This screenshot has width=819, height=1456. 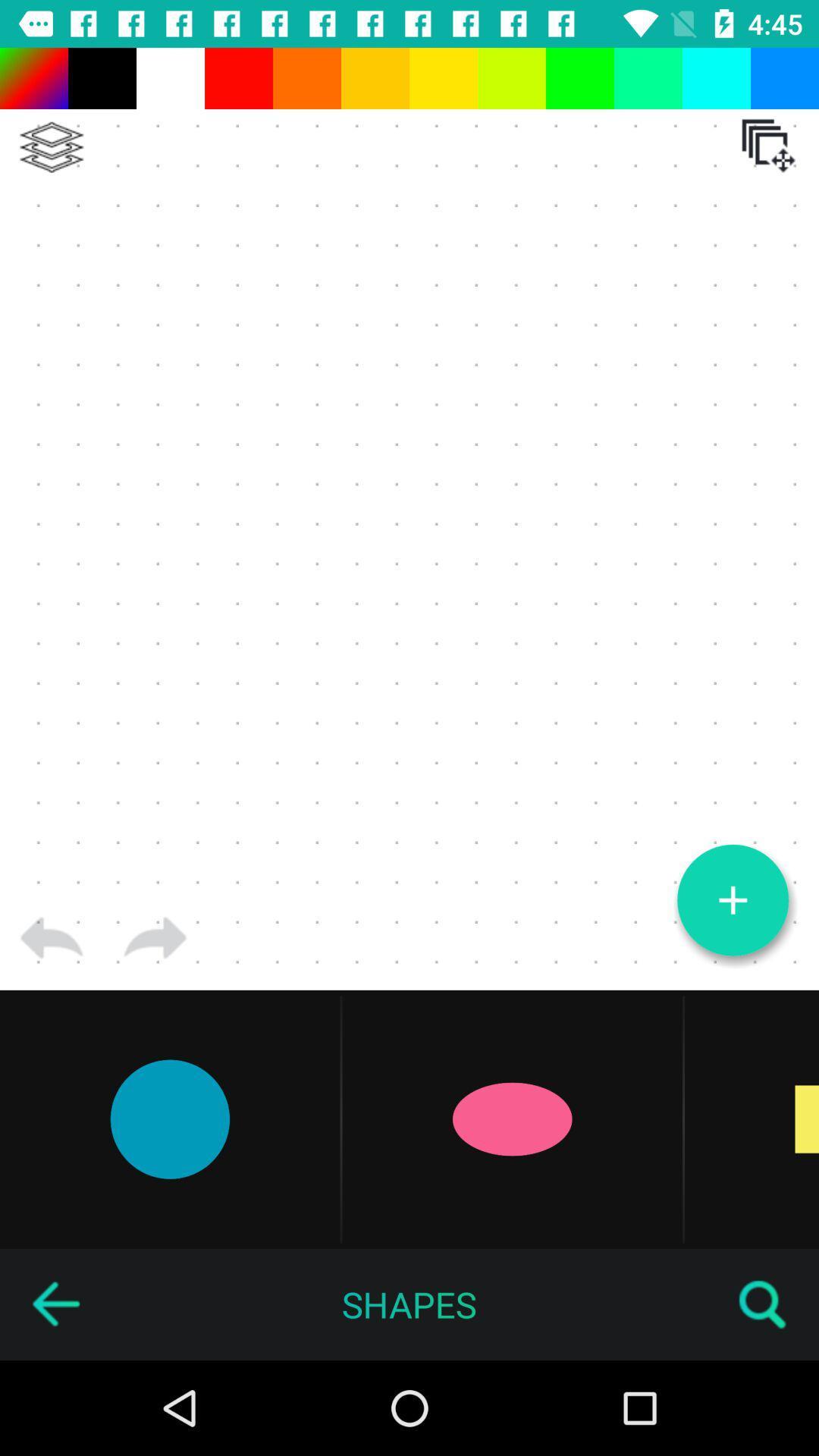 What do you see at coordinates (732, 900) in the screenshot?
I see `the add icon` at bounding box center [732, 900].